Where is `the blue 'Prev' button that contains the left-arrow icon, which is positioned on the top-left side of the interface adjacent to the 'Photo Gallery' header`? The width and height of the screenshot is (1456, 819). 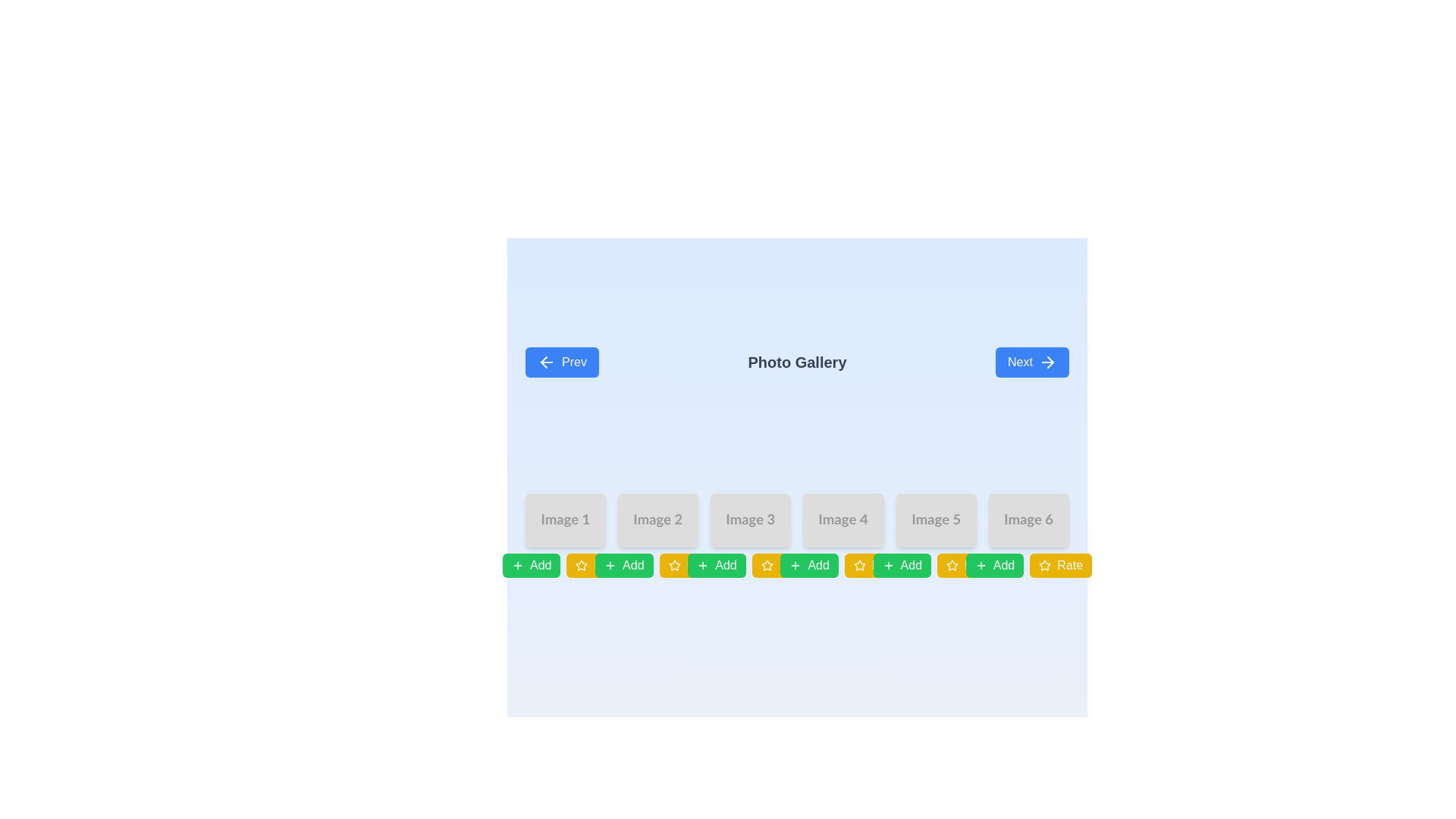 the blue 'Prev' button that contains the left-arrow icon, which is positioned on the top-left side of the interface adjacent to the 'Photo Gallery' header is located at coordinates (546, 362).